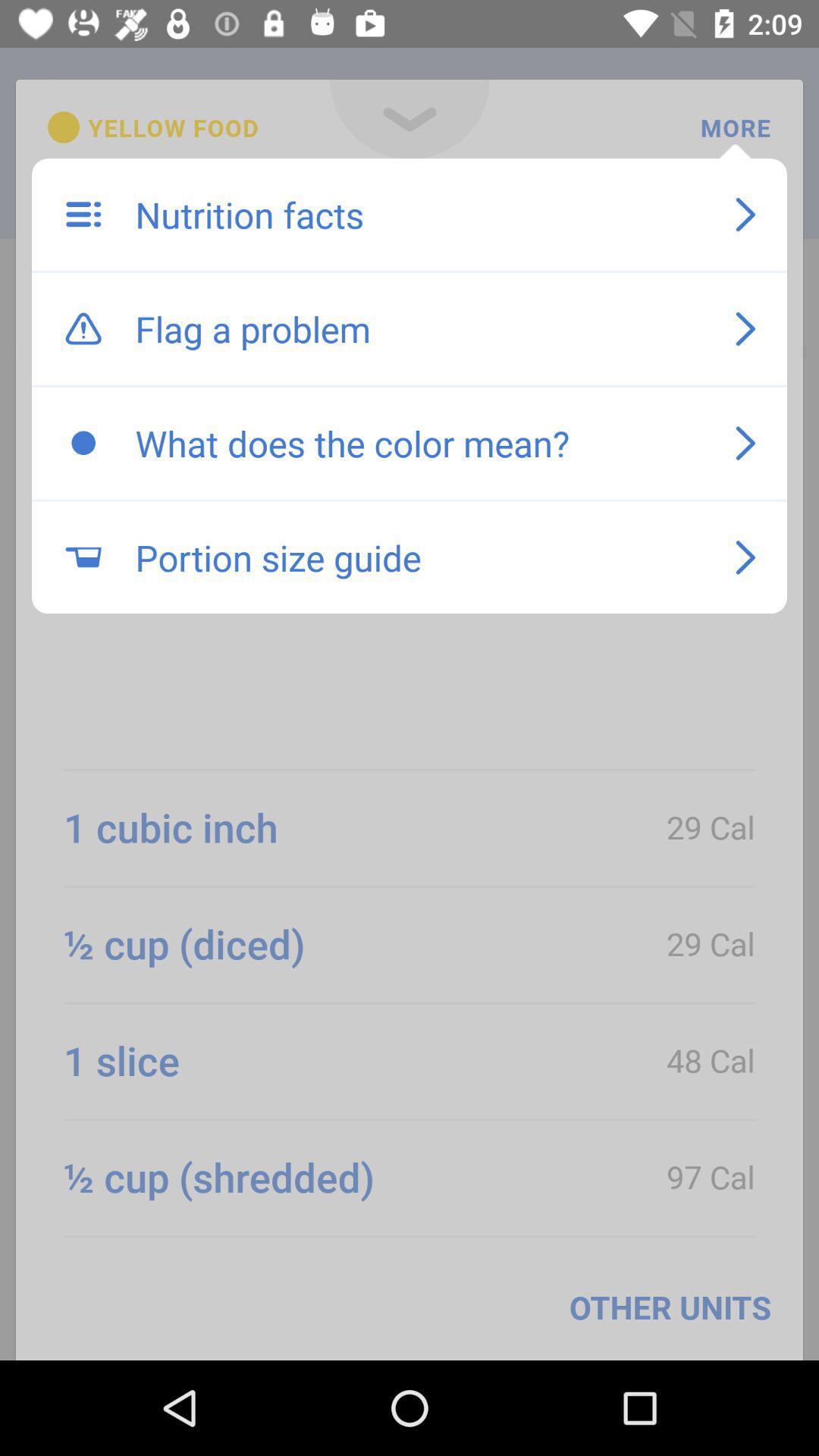  I want to click on the portion size guide, so click(419, 557).